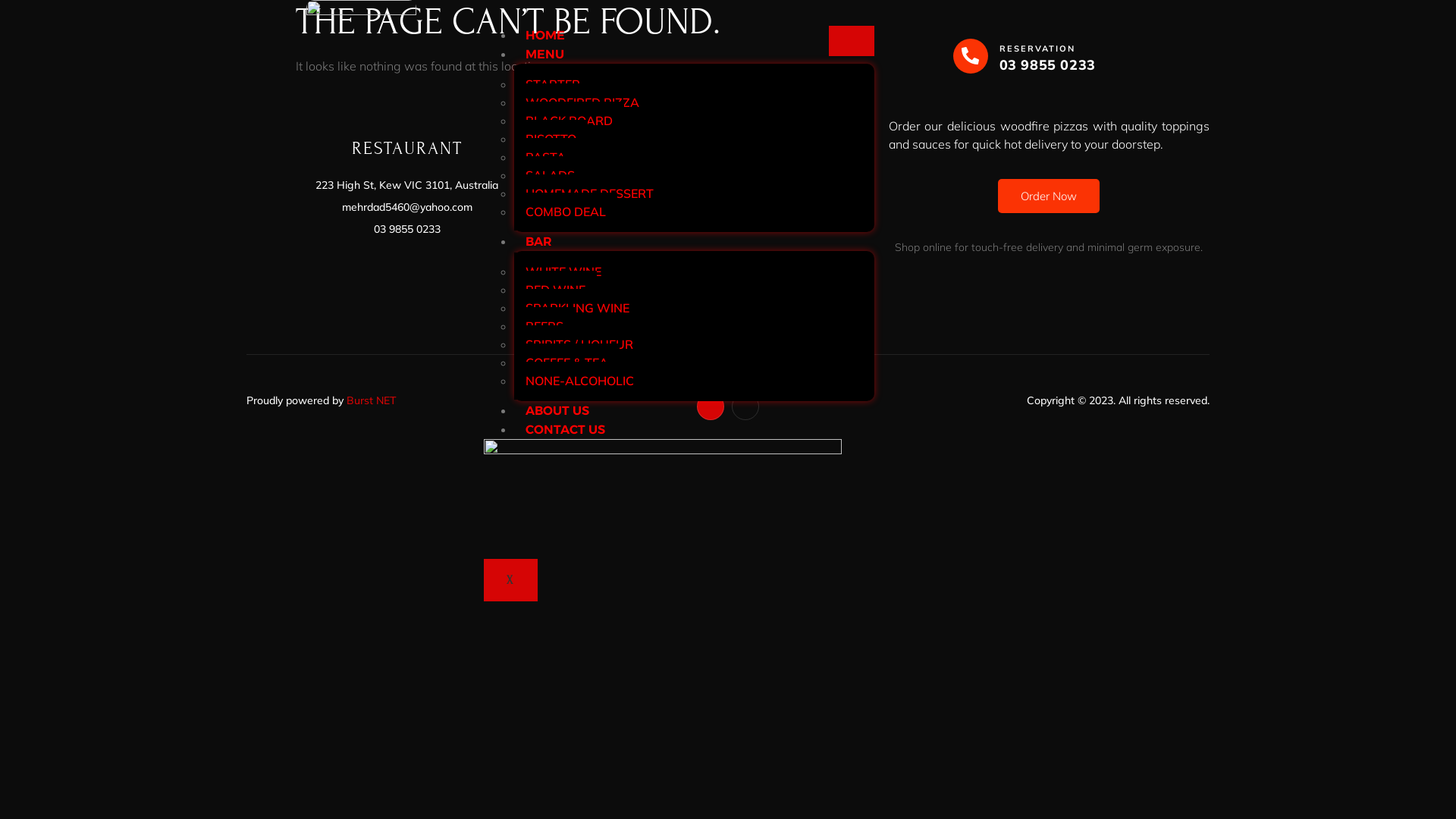 This screenshot has width=1456, height=819. I want to click on 'WOODFIRED PIZZA', so click(582, 102).